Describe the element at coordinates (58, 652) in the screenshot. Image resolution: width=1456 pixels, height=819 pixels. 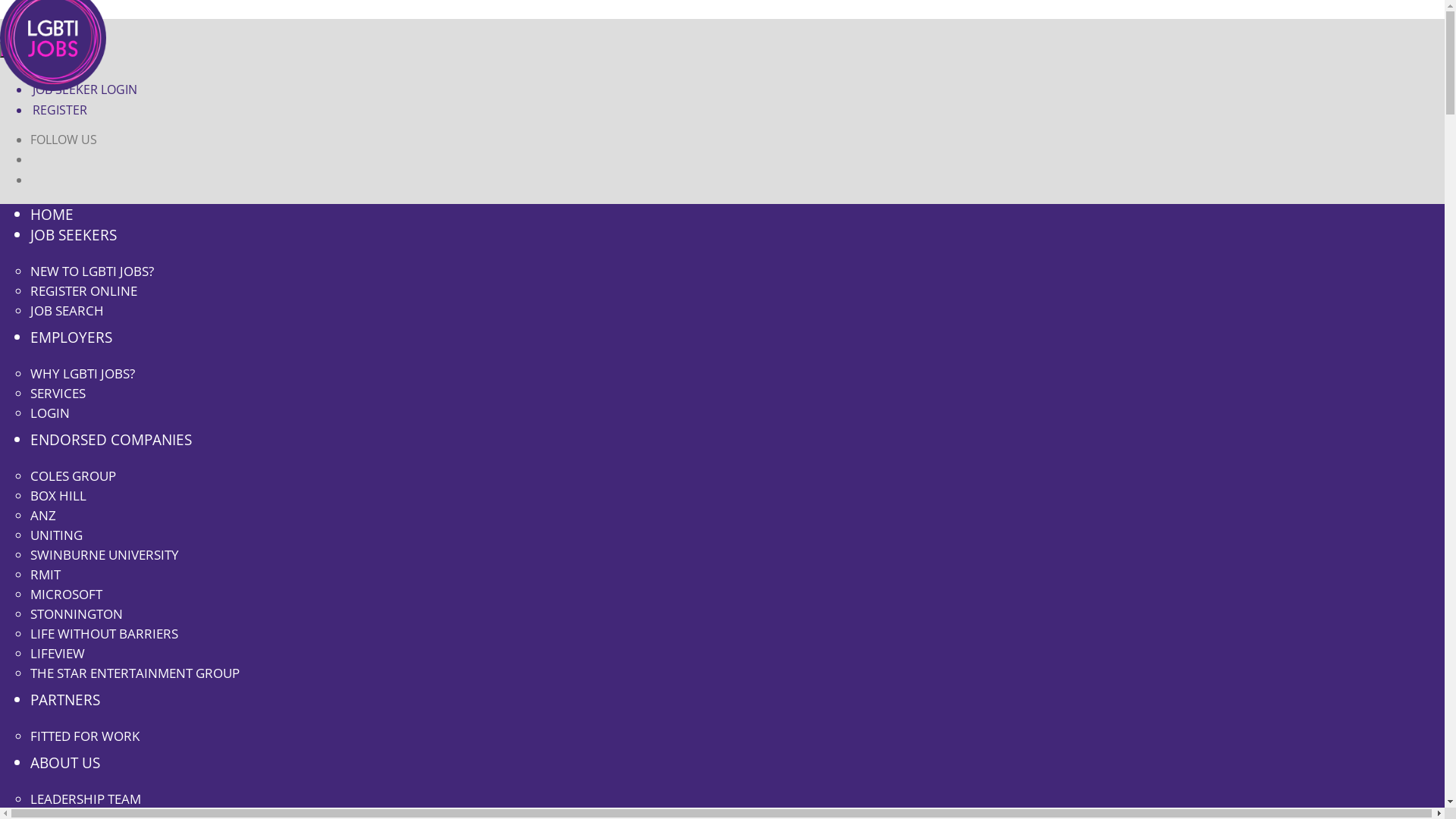
I see `'LIFEVIEW'` at that location.